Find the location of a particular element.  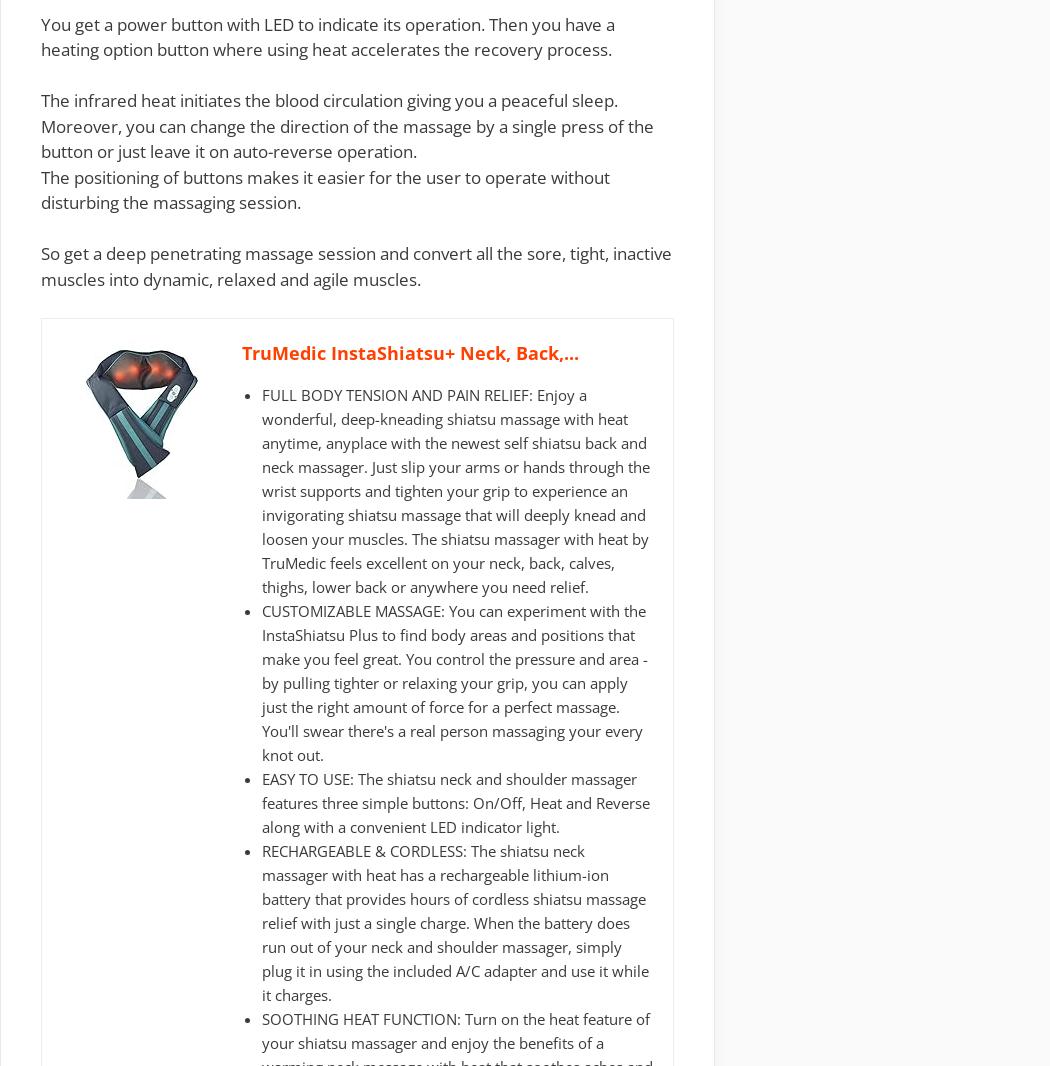

'RECHARGEABLE & CORDLESS: The shiatsu neck massager with heat has a rechargeable lithium-ion battery that provides hours of cordless shiatsu massage relief with just a single charge. When the battery does run out of your neck and shoulder massager, simply plug it in using the included A/C adapter and use it while it charges.' is located at coordinates (455, 921).